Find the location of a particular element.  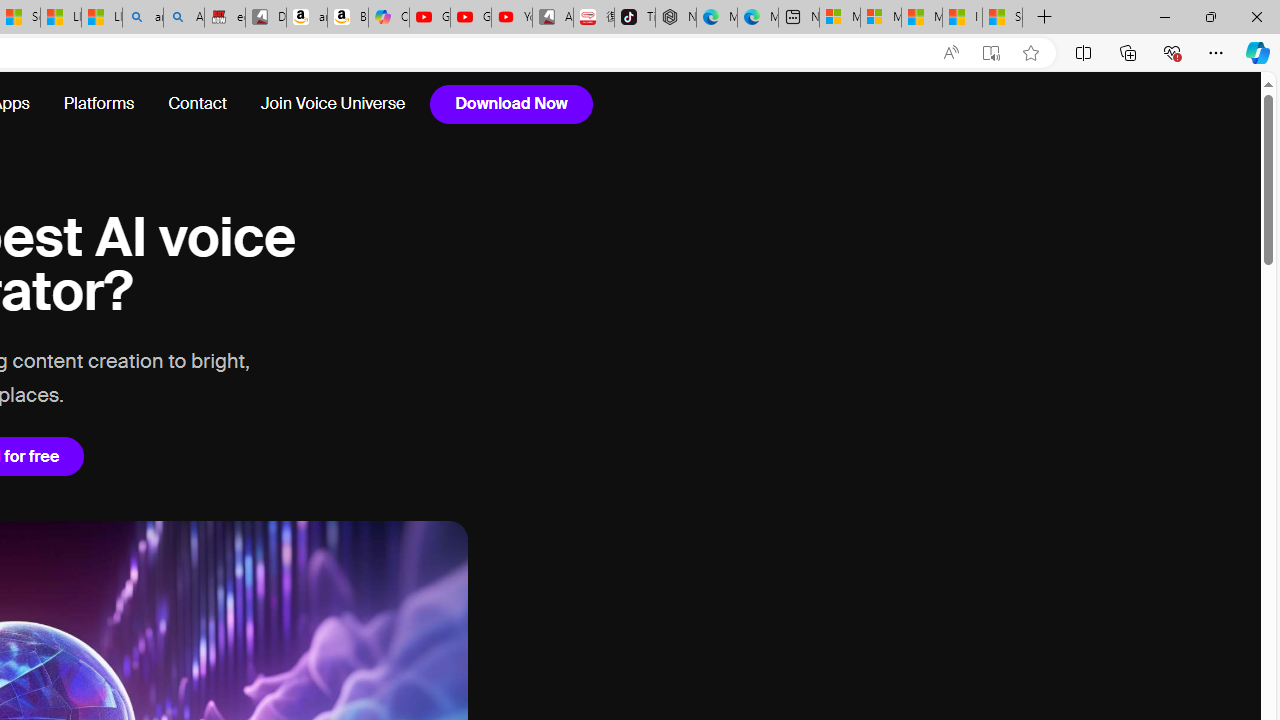

'Enter Immersive Reader (F9)' is located at coordinates (991, 52).